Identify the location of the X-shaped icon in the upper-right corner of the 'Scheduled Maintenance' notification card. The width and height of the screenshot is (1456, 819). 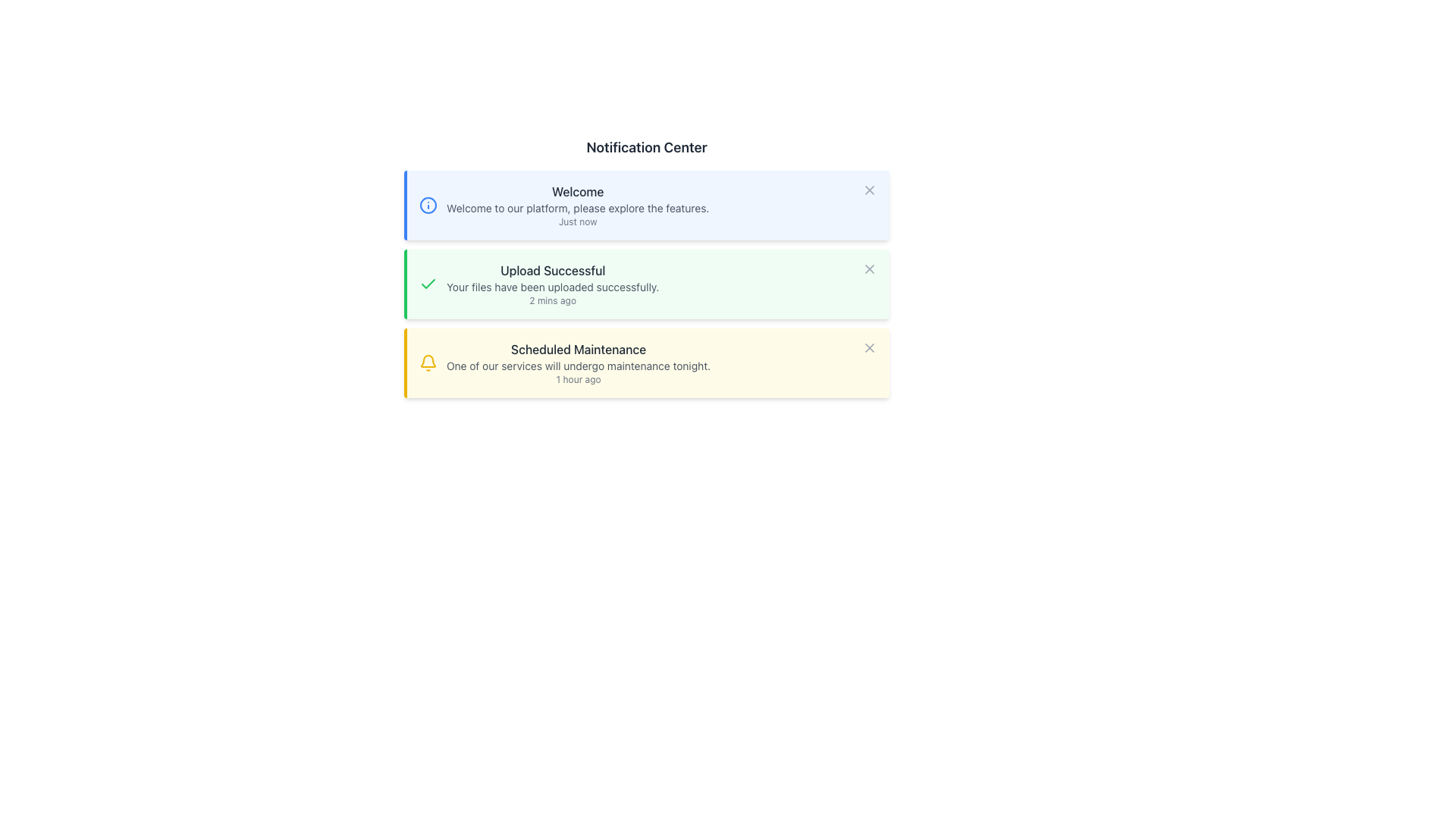
(870, 348).